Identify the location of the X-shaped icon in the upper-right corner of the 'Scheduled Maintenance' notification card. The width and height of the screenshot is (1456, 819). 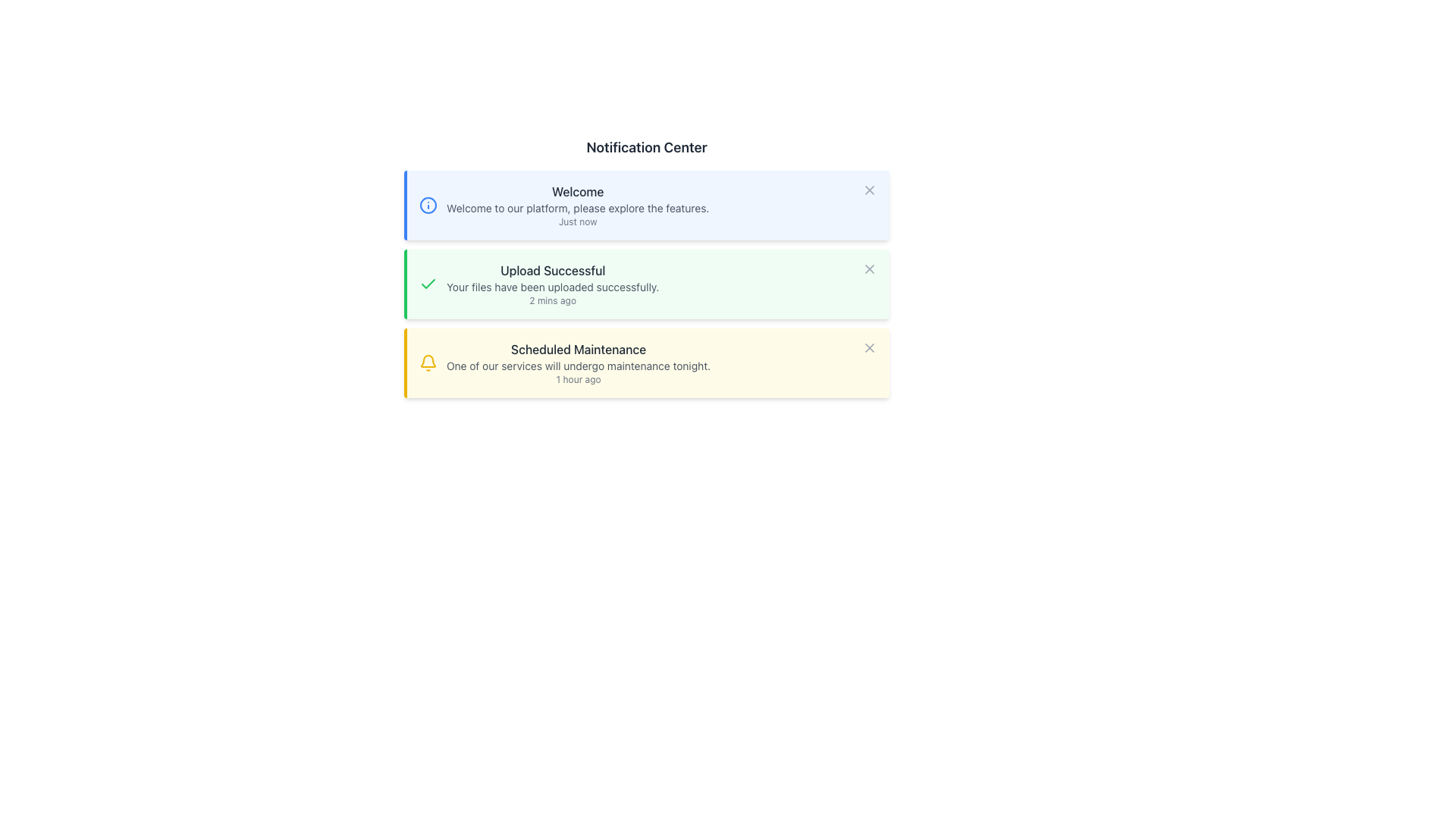
(870, 348).